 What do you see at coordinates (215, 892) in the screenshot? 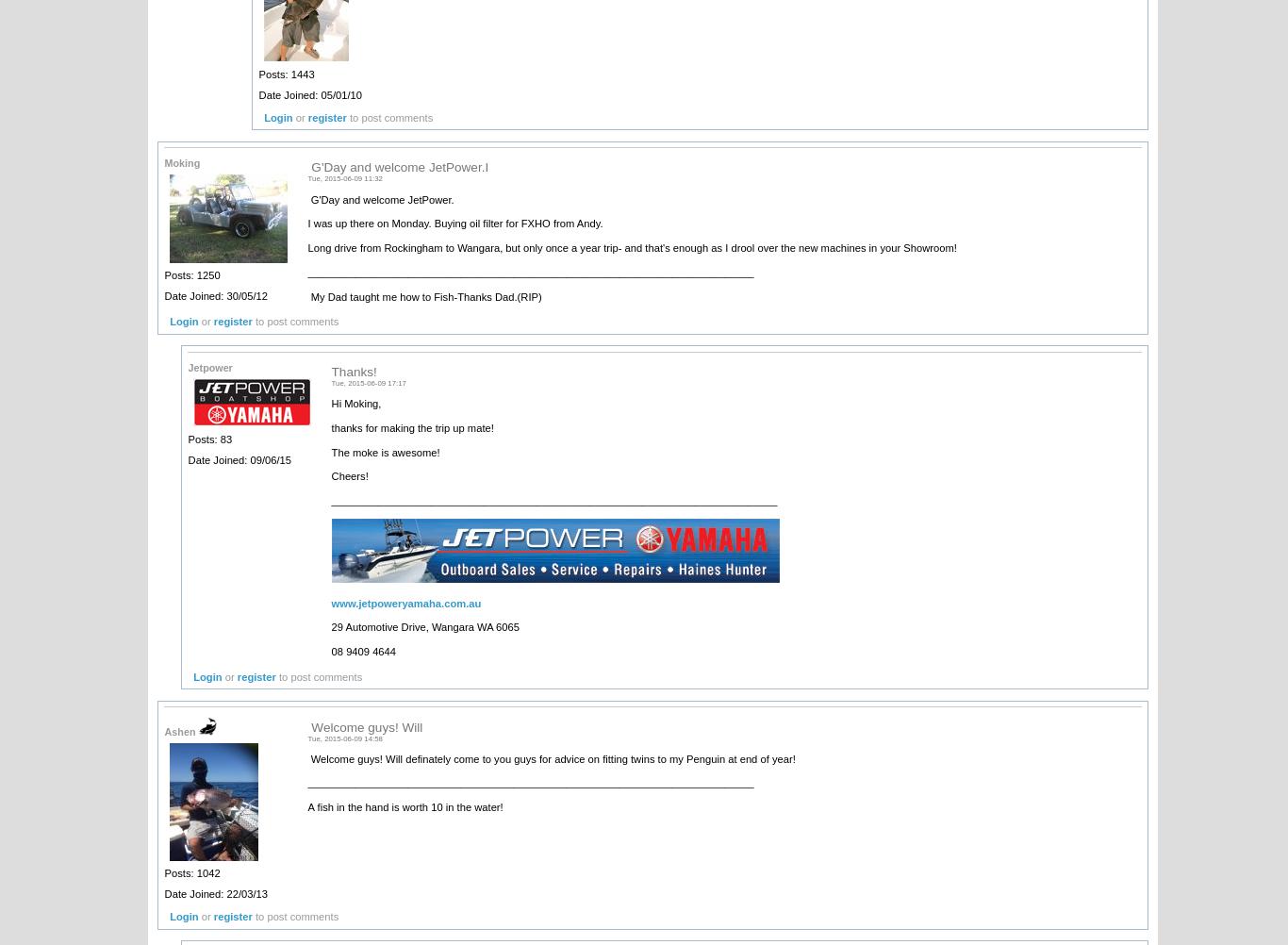
I see `'Date Joined: 22/03/13'` at bounding box center [215, 892].